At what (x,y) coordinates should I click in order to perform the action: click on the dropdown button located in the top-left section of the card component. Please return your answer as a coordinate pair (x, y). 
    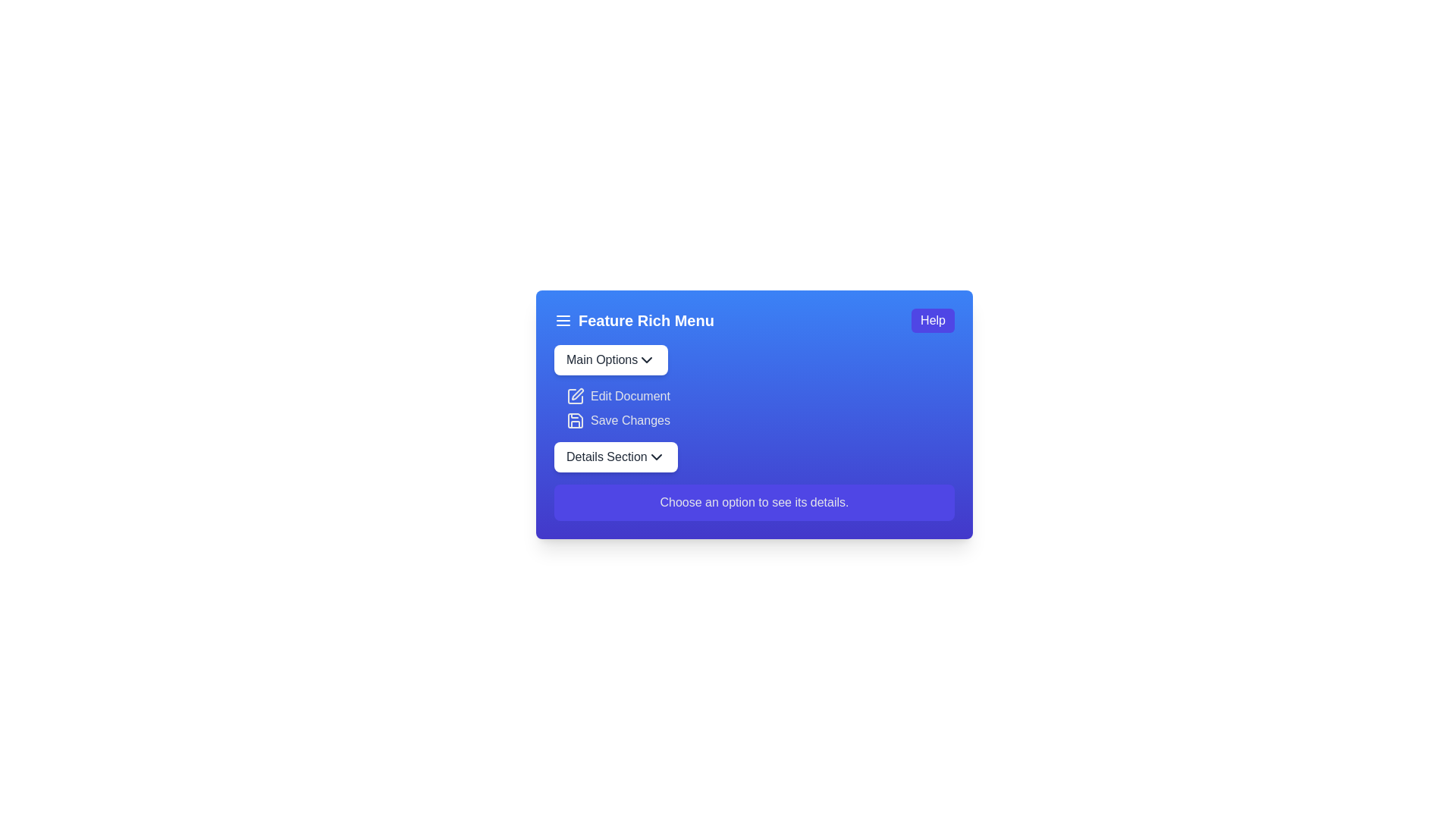
    Looking at the image, I should click on (611, 359).